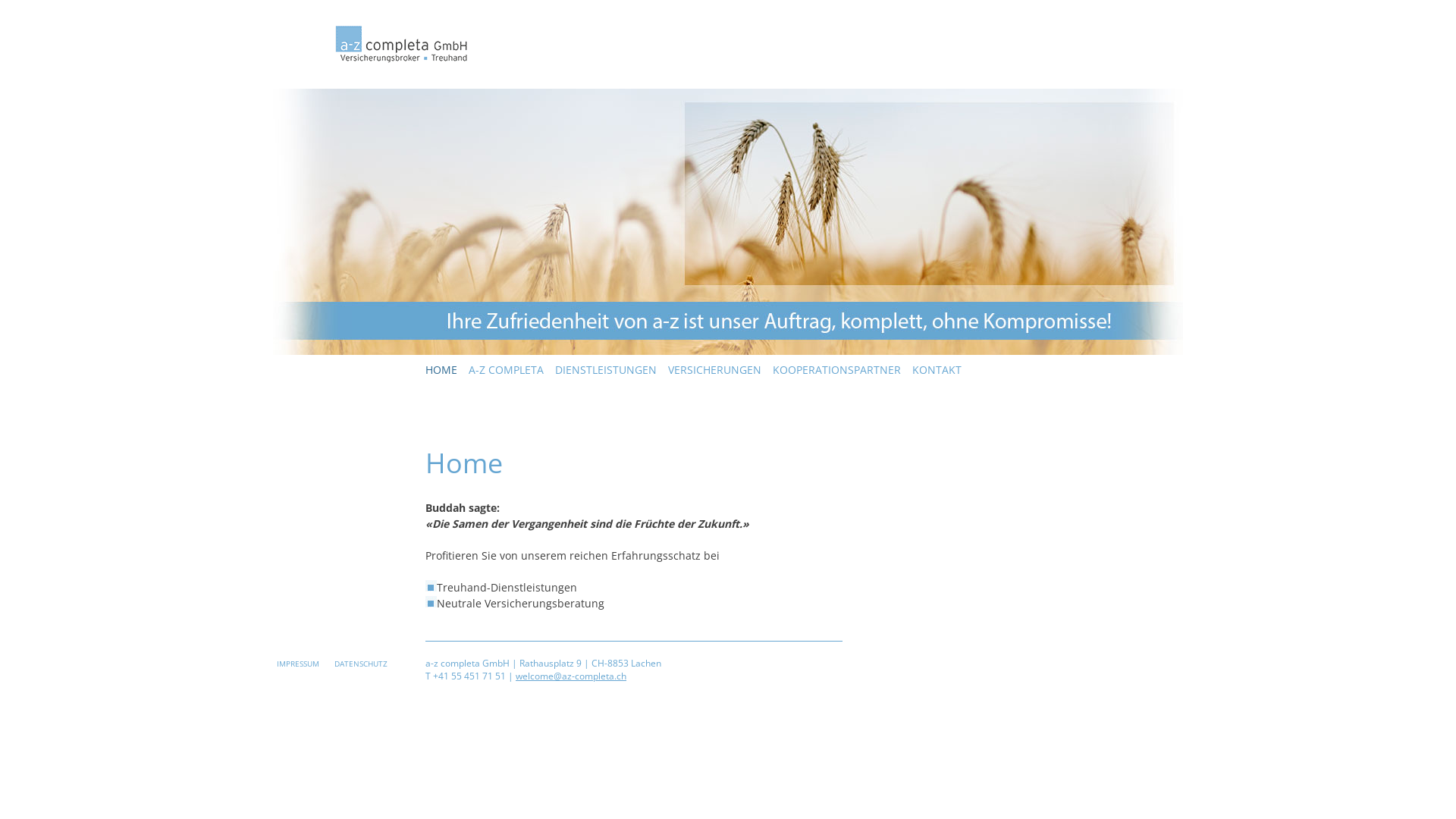 This screenshot has width=1456, height=819. I want to click on 'IMPRESSUM', so click(302, 663).